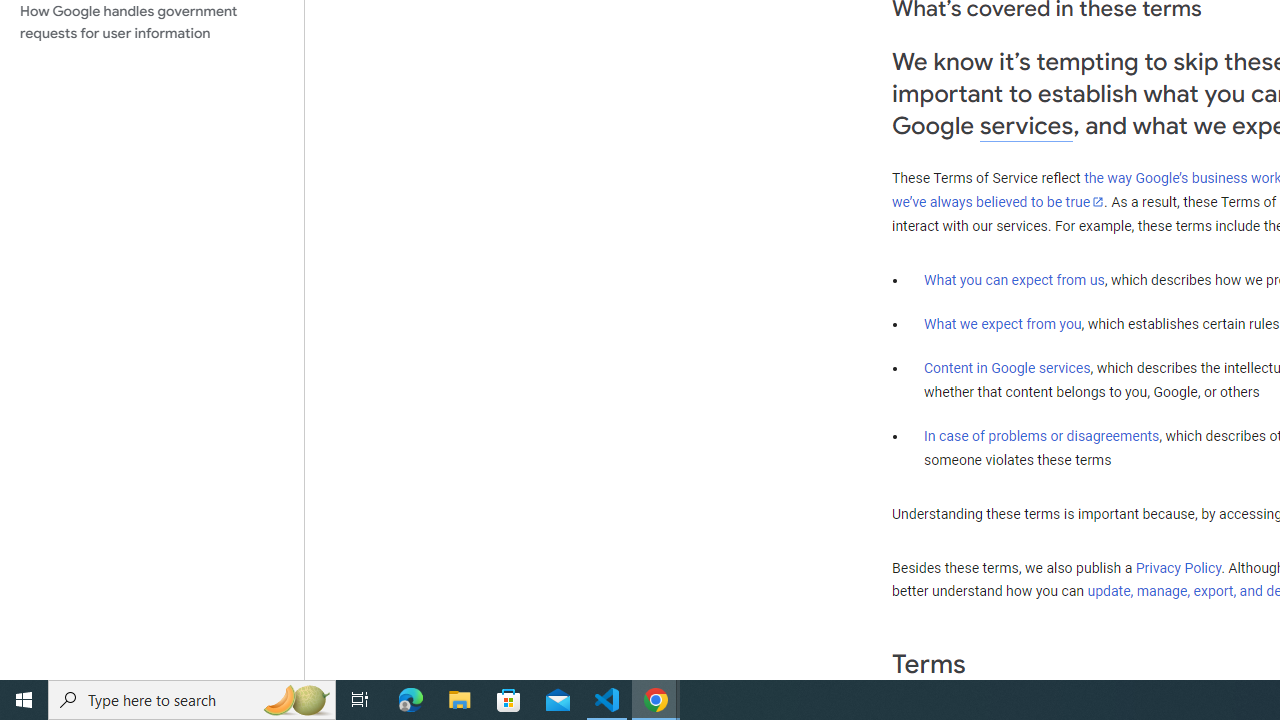 This screenshot has width=1280, height=720. Describe the element at coordinates (1026, 125) in the screenshot. I see `'services'` at that location.